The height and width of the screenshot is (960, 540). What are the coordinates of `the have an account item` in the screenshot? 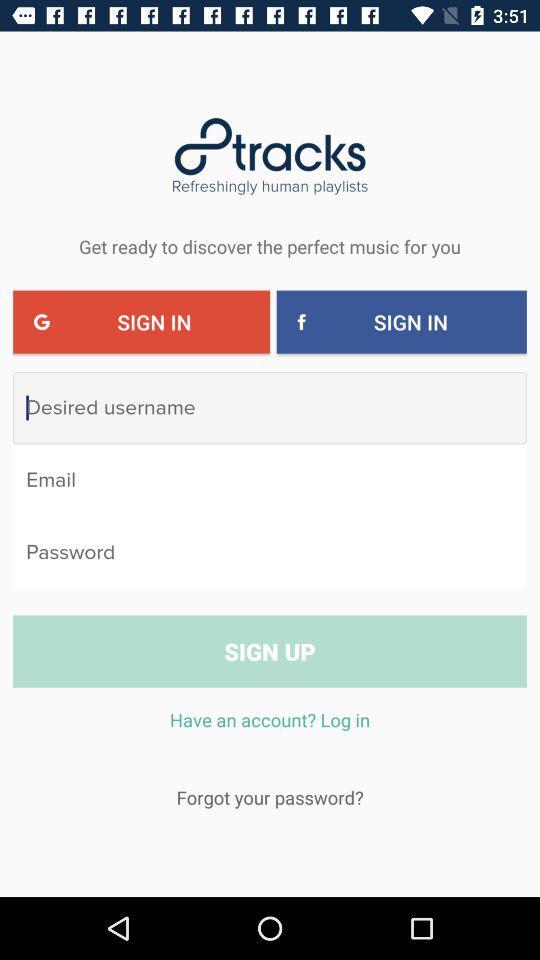 It's located at (270, 728).